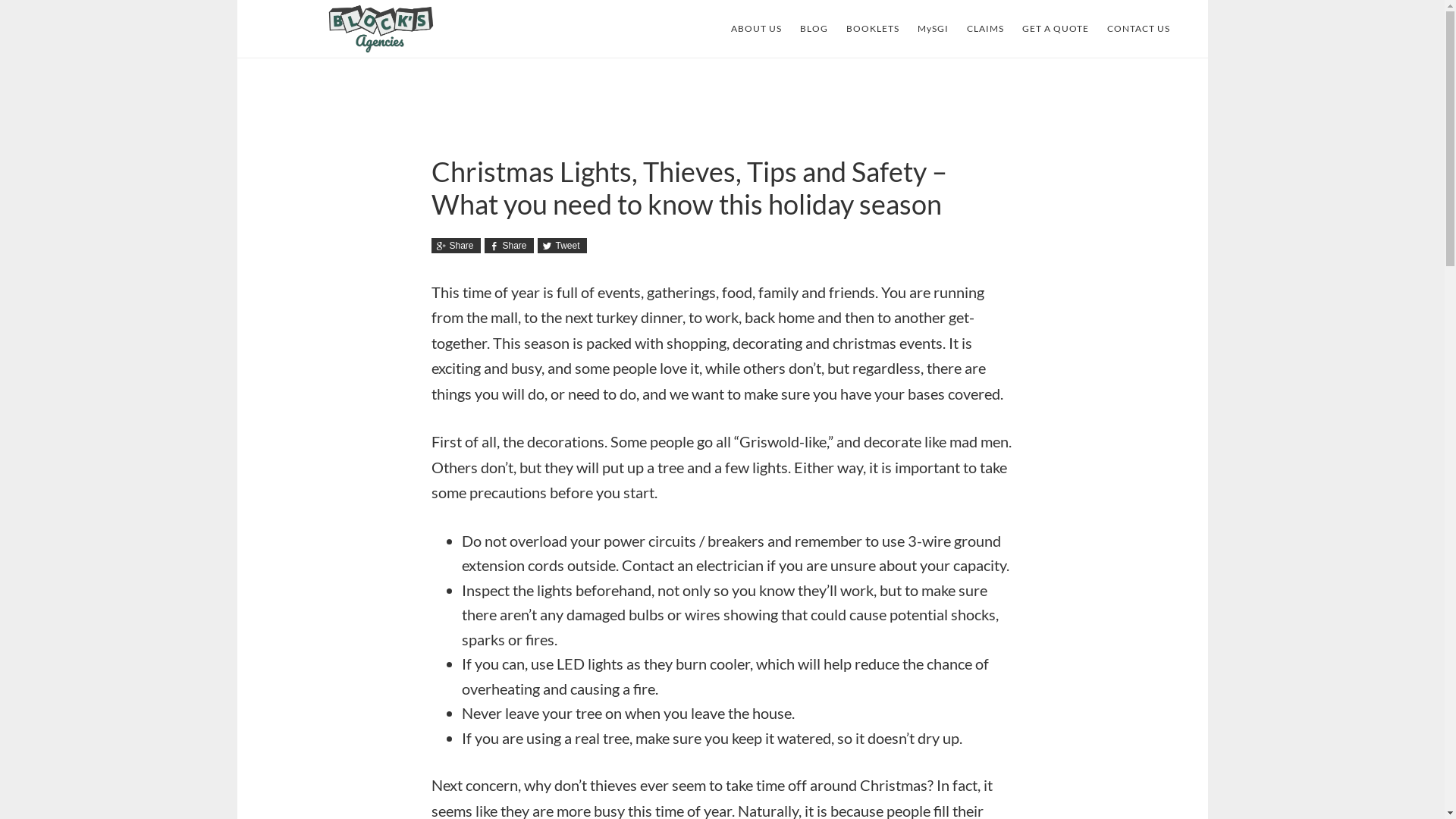 This screenshot has height=819, width=1456. What do you see at coordinates (236, 0) in the screenshot?
I see `'Skip to main content'` at bounding box center [236, 0].